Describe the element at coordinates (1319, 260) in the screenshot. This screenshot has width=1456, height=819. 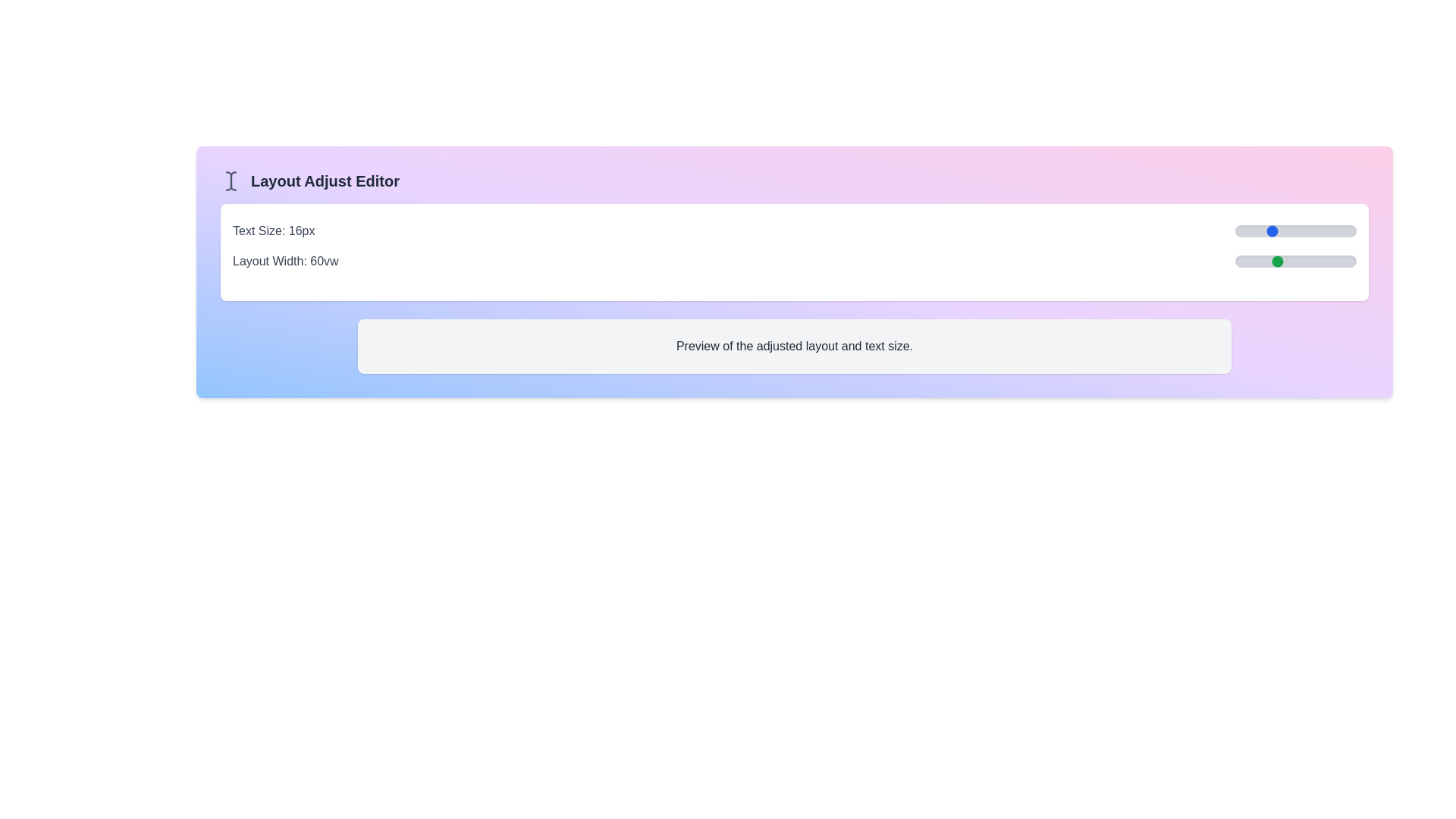
I see `the layout width` at that location.